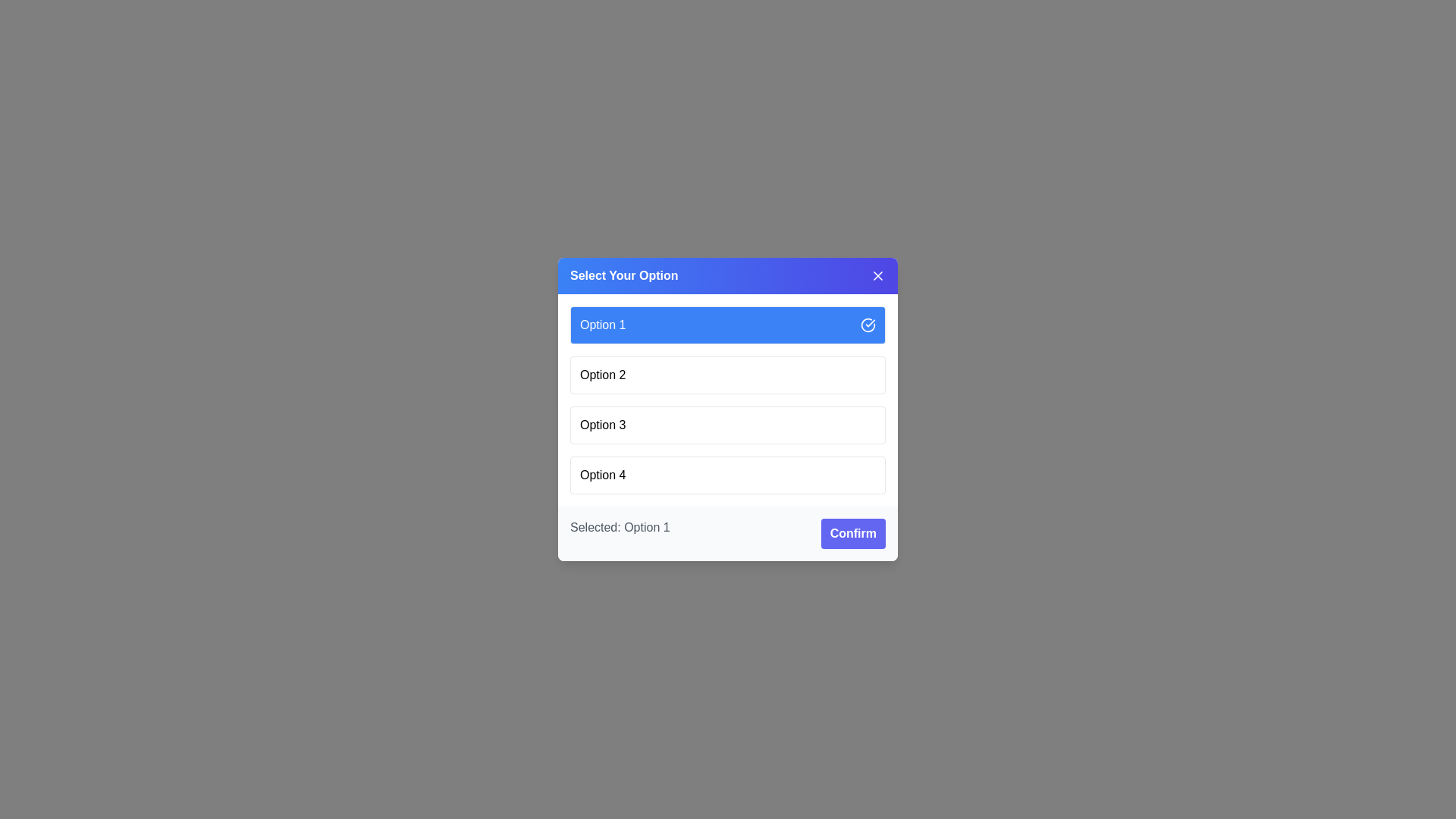  Describe the element at coordinates (877, 275) in the screenshot. I see `the close button located at the top-right corner of the dialog box, adjacent to the title bar labeled 'Select Your Option'` at that location.